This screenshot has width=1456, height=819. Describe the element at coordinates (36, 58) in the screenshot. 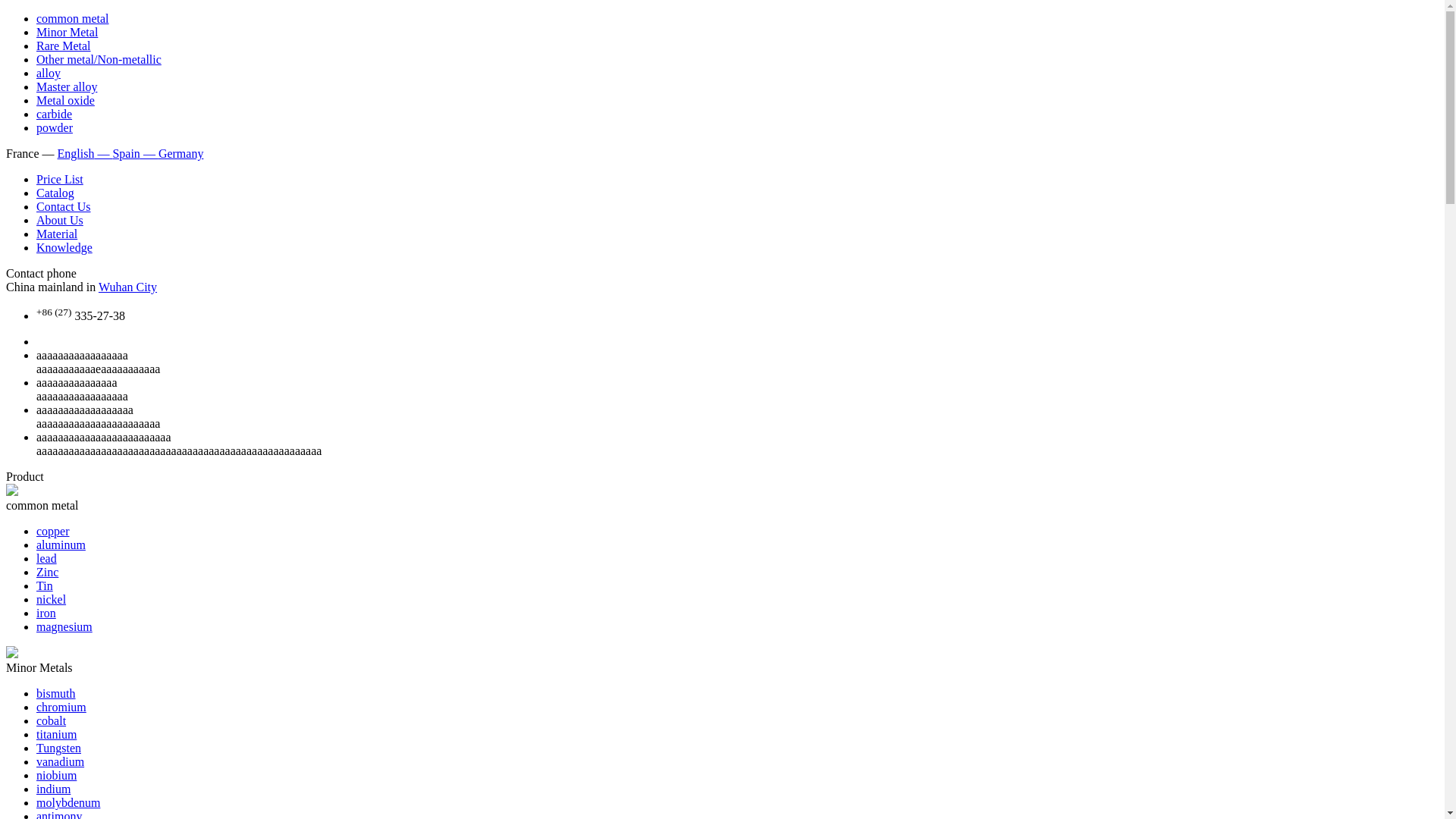

I see `'Other metal/Non-metallic'` at that location.